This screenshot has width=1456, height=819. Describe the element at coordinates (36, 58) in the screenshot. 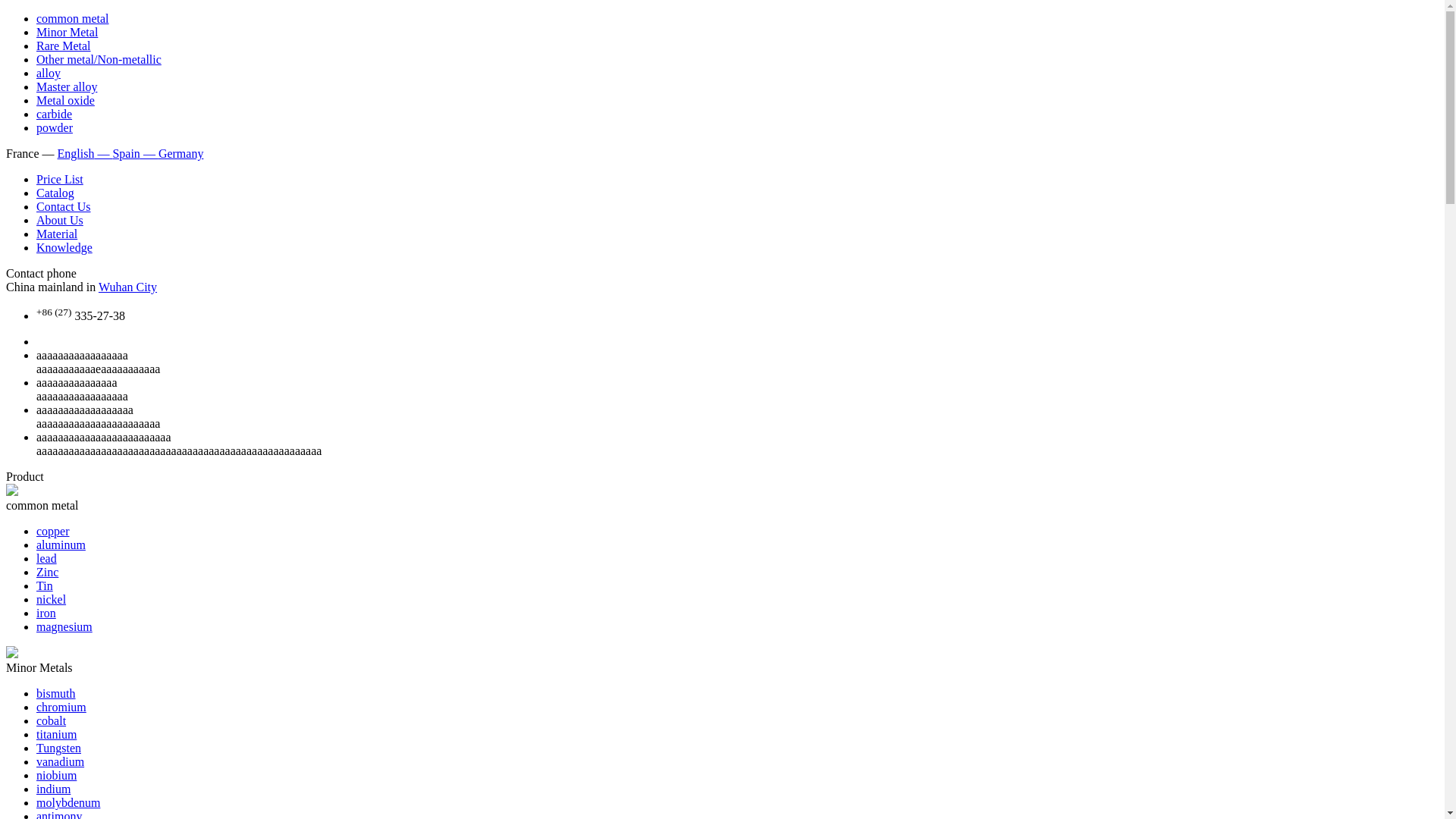

I see `'Other metal/Non-metallic'` at that location.